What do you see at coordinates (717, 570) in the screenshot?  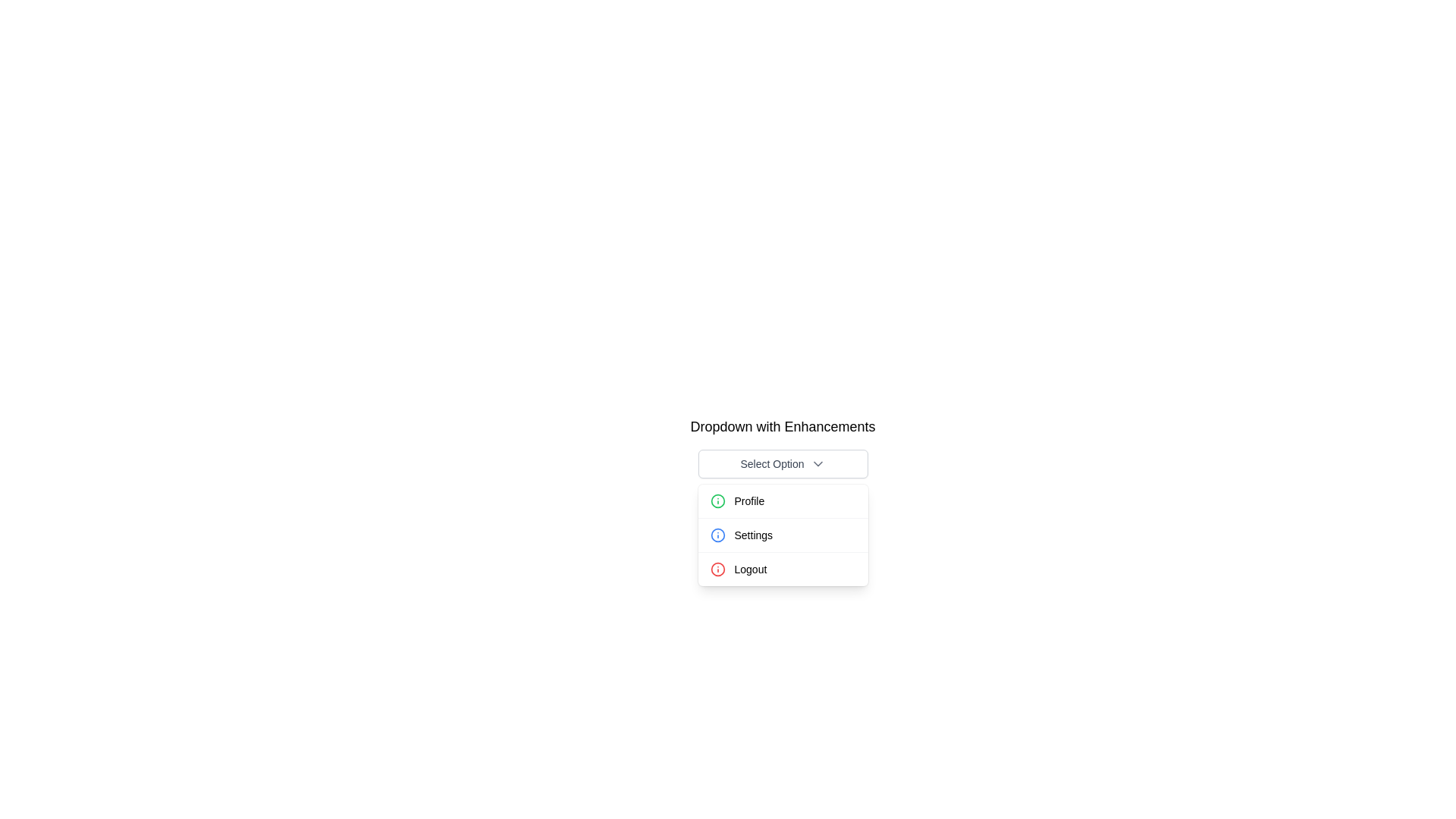 I see `the Vector Graphics Circle element representing the Logout option in the dropdown menu, which is visually aligned with the Logout text label` at bounding box center [717, 570].